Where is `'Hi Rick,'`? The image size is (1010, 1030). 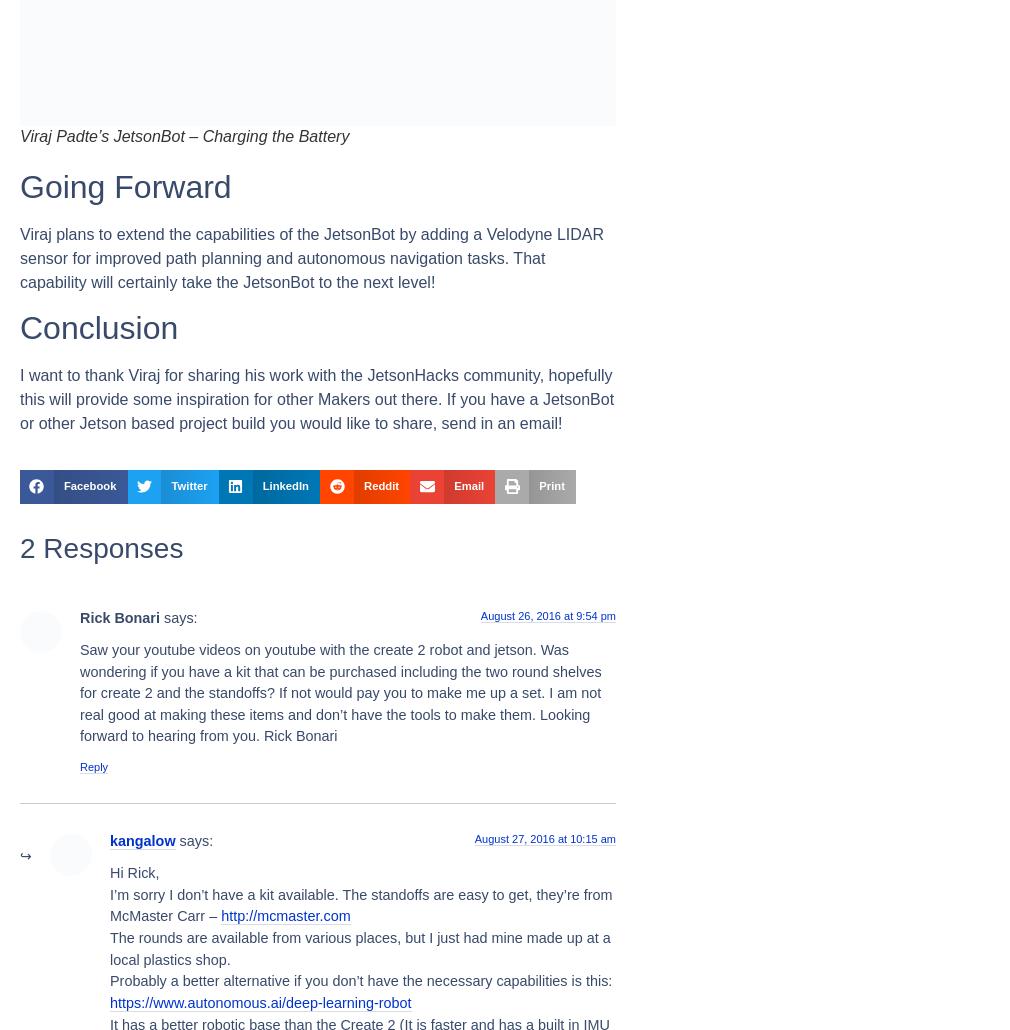
'Hi Rick,' is located at coordinates (133, 873).